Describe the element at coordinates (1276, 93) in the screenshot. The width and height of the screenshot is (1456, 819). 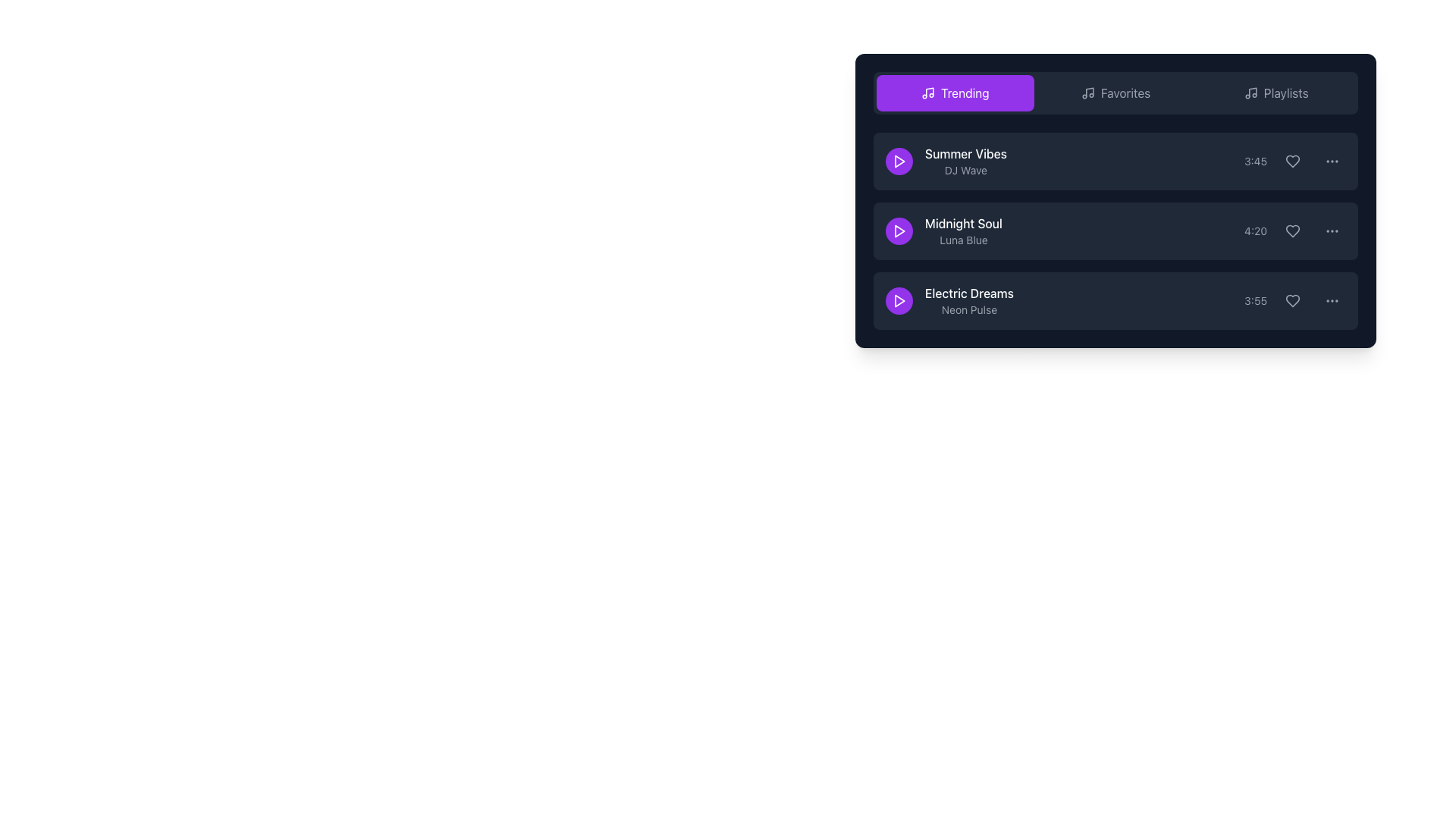
I see `the 'playlists' Menu button, which is the third item in the horizontal menu bar at the top of the panel` at that location.